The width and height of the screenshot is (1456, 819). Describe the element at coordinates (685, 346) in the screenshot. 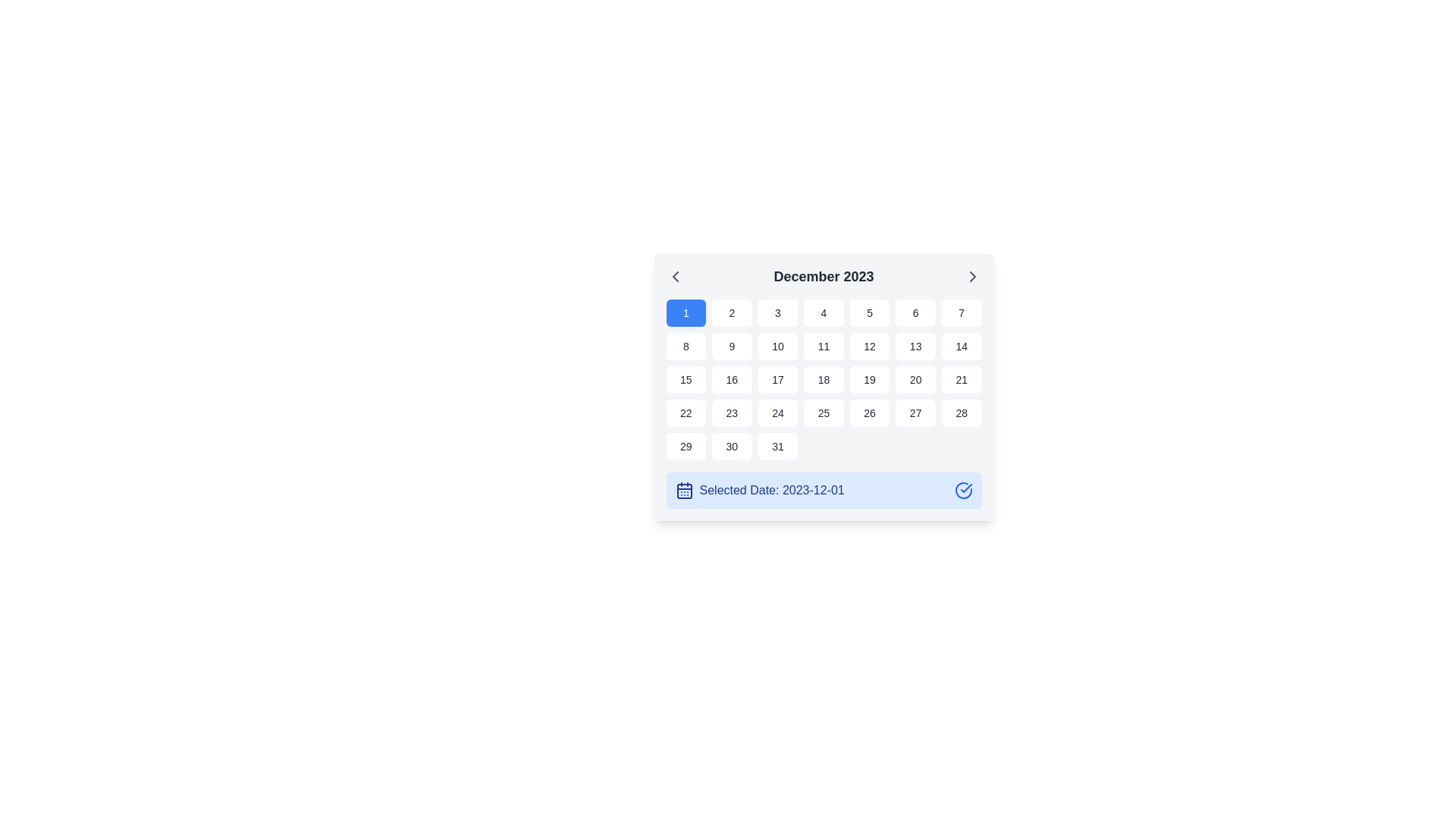

I see `the button labeled '8', which represents the 8th day of the month in the calendar interface` at that location.